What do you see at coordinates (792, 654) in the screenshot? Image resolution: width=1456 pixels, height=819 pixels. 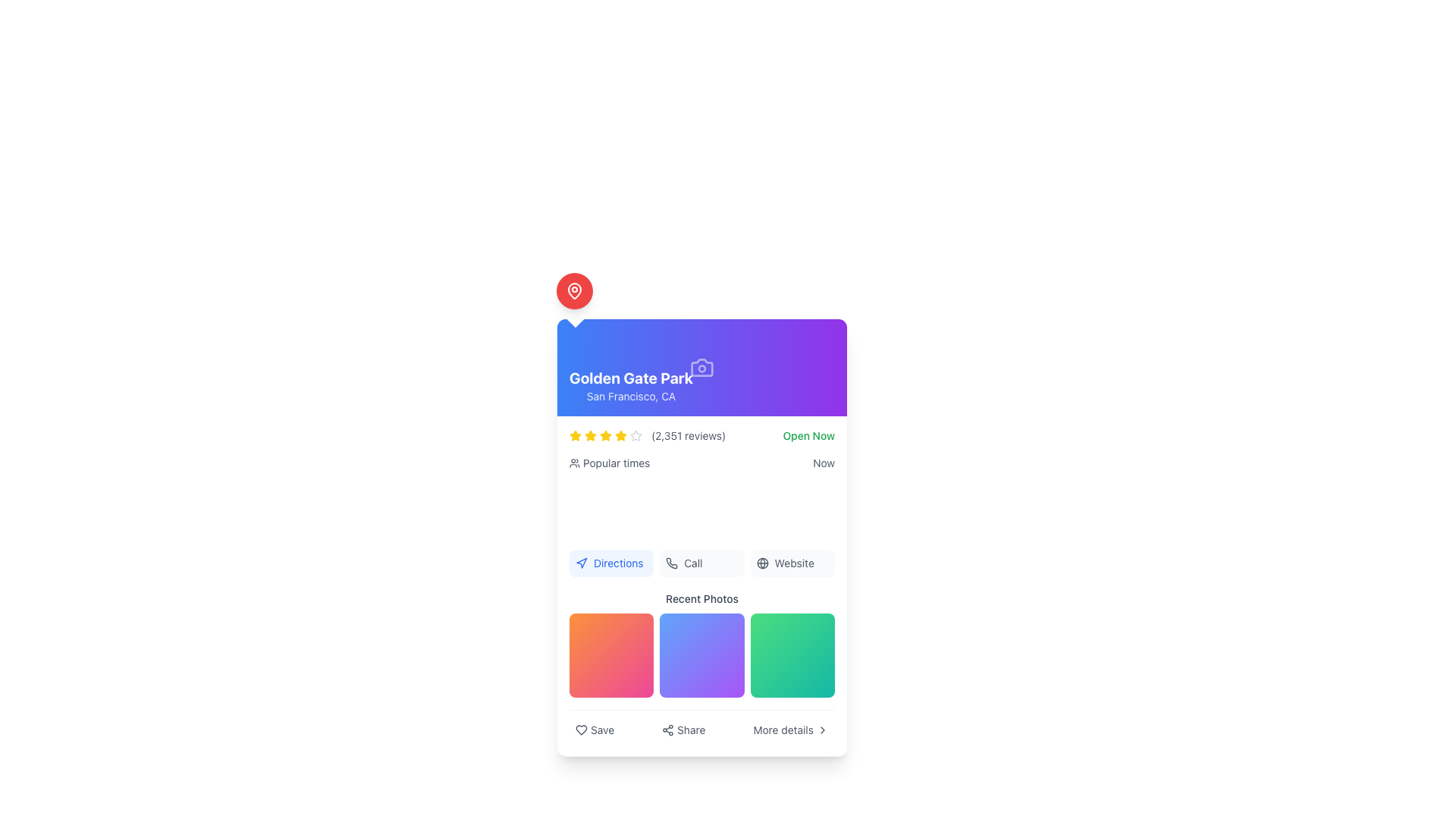 I see `the visually distinct square-shaped button with rounded corners and a gradient background transitioning from green to teal, located at the bottom of the card labeled 'Golden Gate Park', which is the last element in a three-column layout` at bounding box center [792, 654].